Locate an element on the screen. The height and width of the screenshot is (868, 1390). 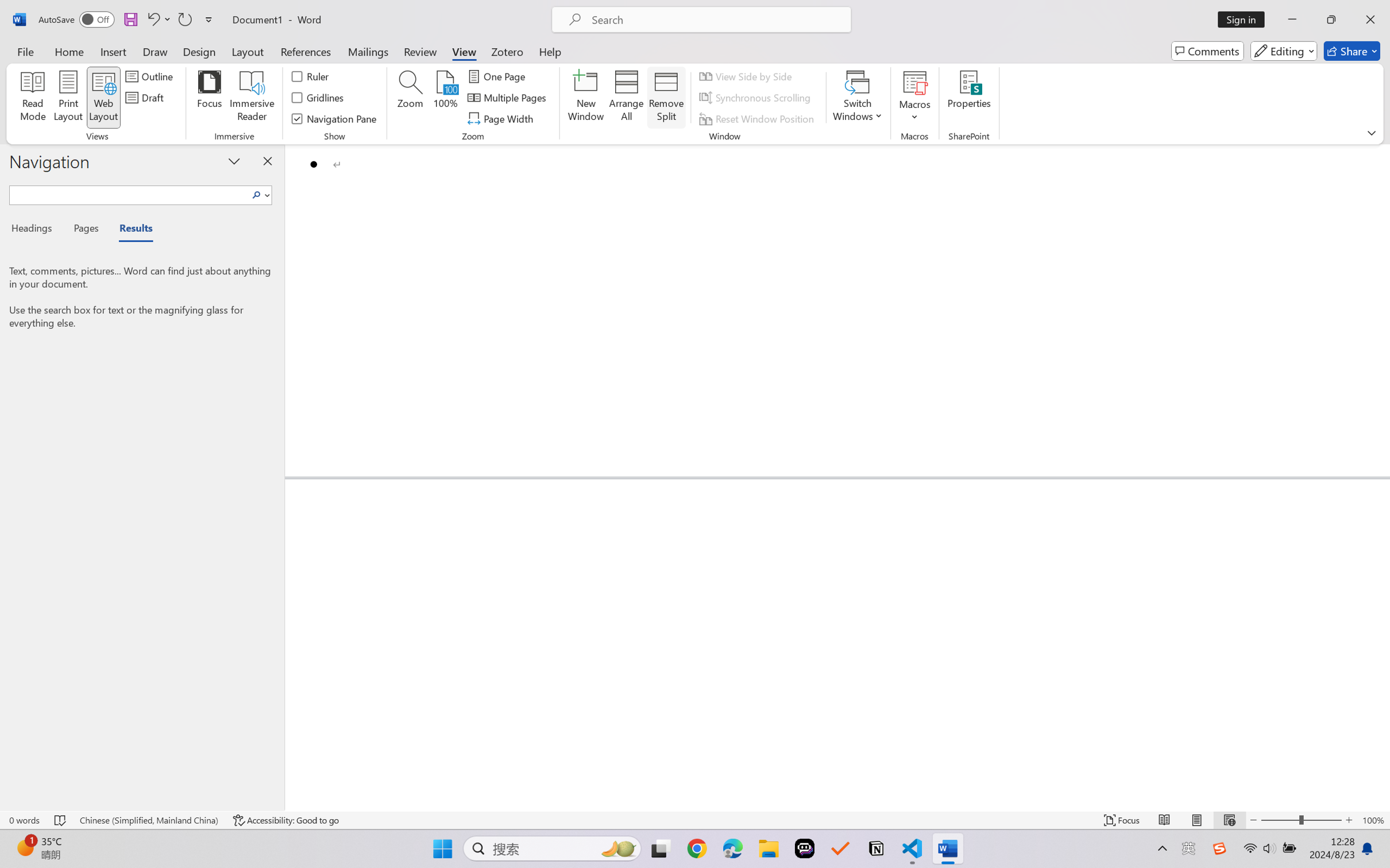
'Repeat Bullet Default' is located at coordinates (184, 19).